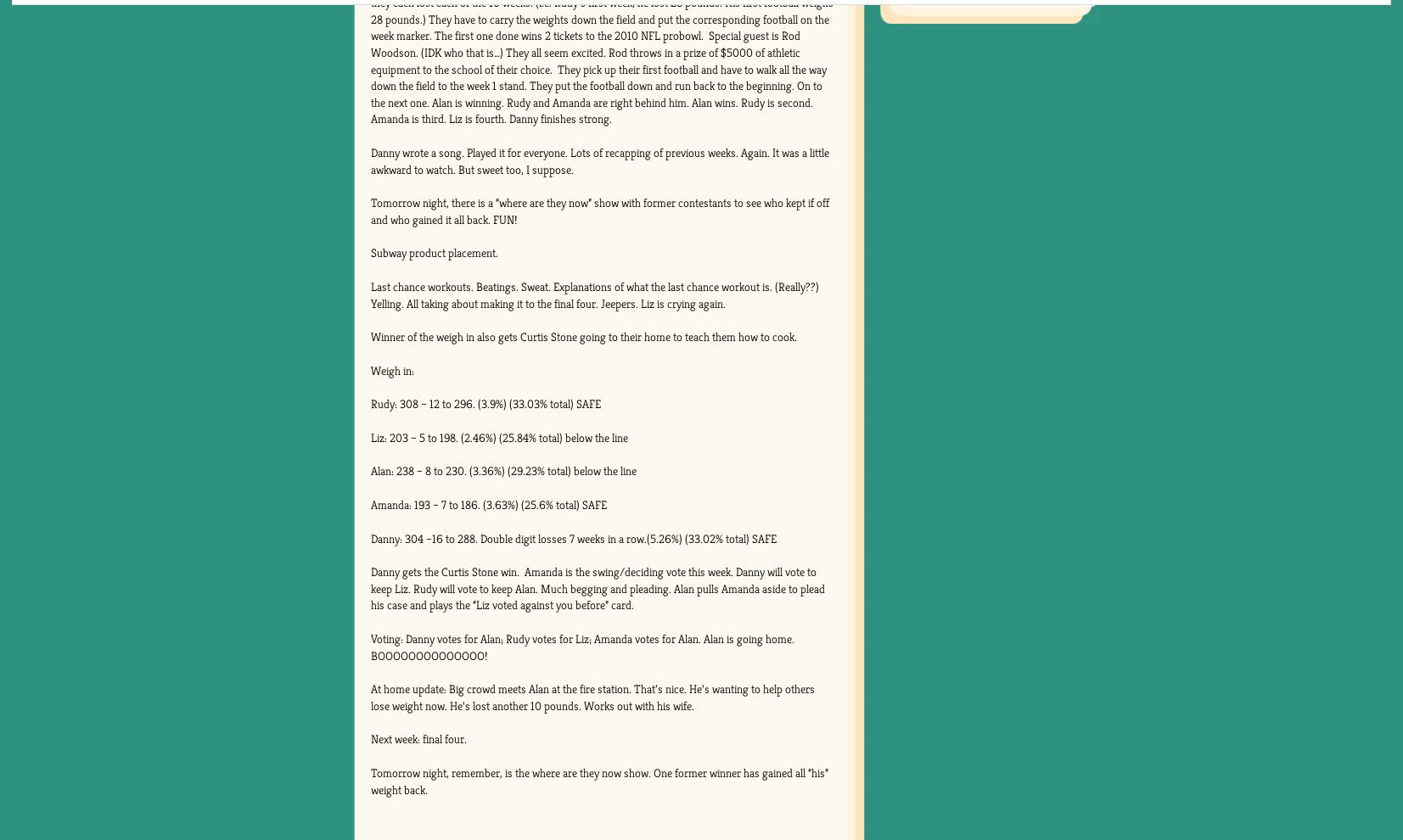 This screenshot has height=840, width=1403. What do you see at coordinates (596, 588) in the screenshot?
I see `'Danny gets the Curtis Stone win.  Amanda is the swing/deciding vote this week. Danny will vote to keep Liz. Rudy will vote to keep Alan. Much begging and pleading. Alan pulls Amanda aside to plead his case and plays the “Liz voted against you before” card.'` at bounding box center [596, 588].